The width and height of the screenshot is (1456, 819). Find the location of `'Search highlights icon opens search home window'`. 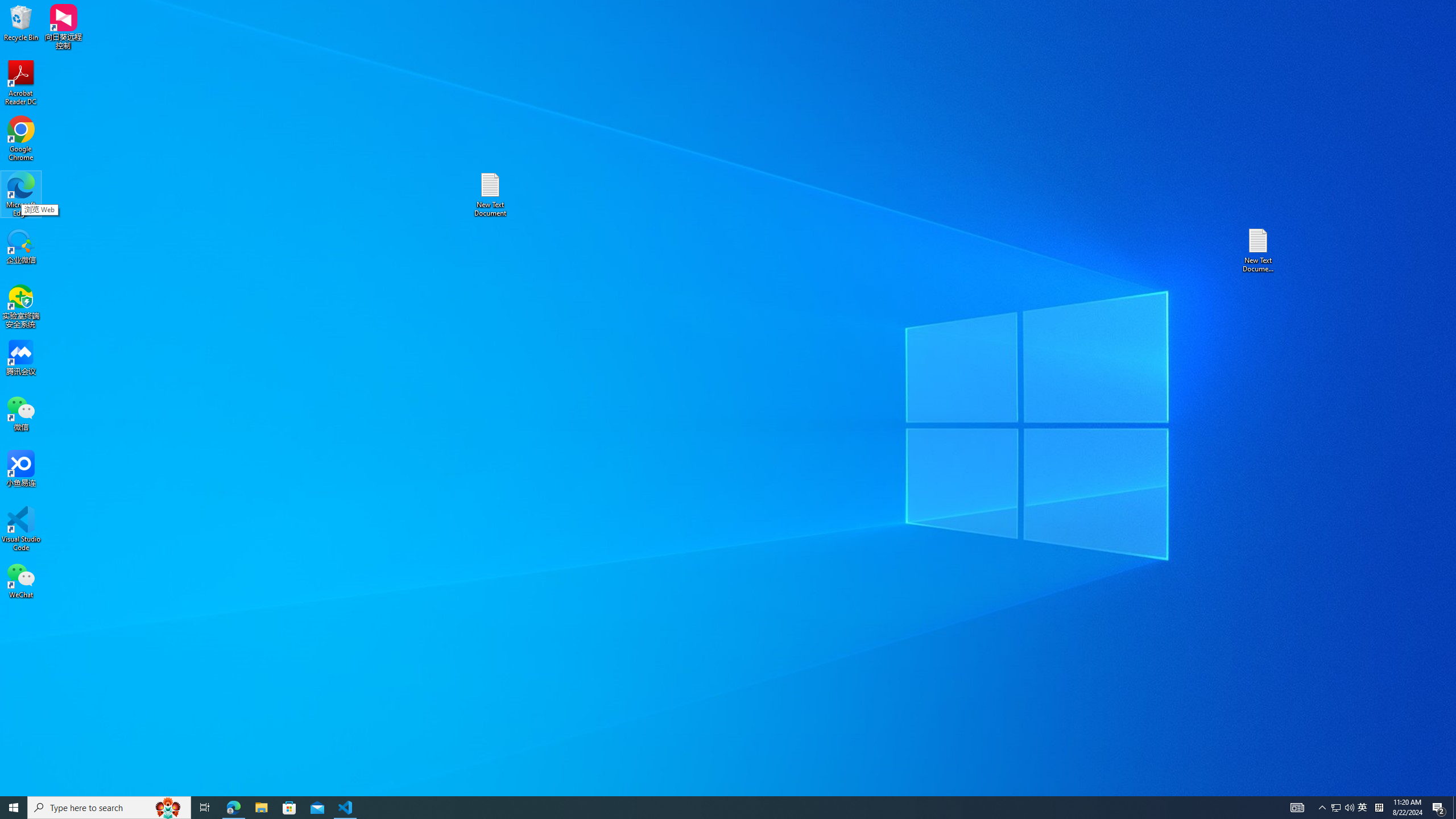

'Search highlights icon opens search home window' is located at coordinates (233, 806).